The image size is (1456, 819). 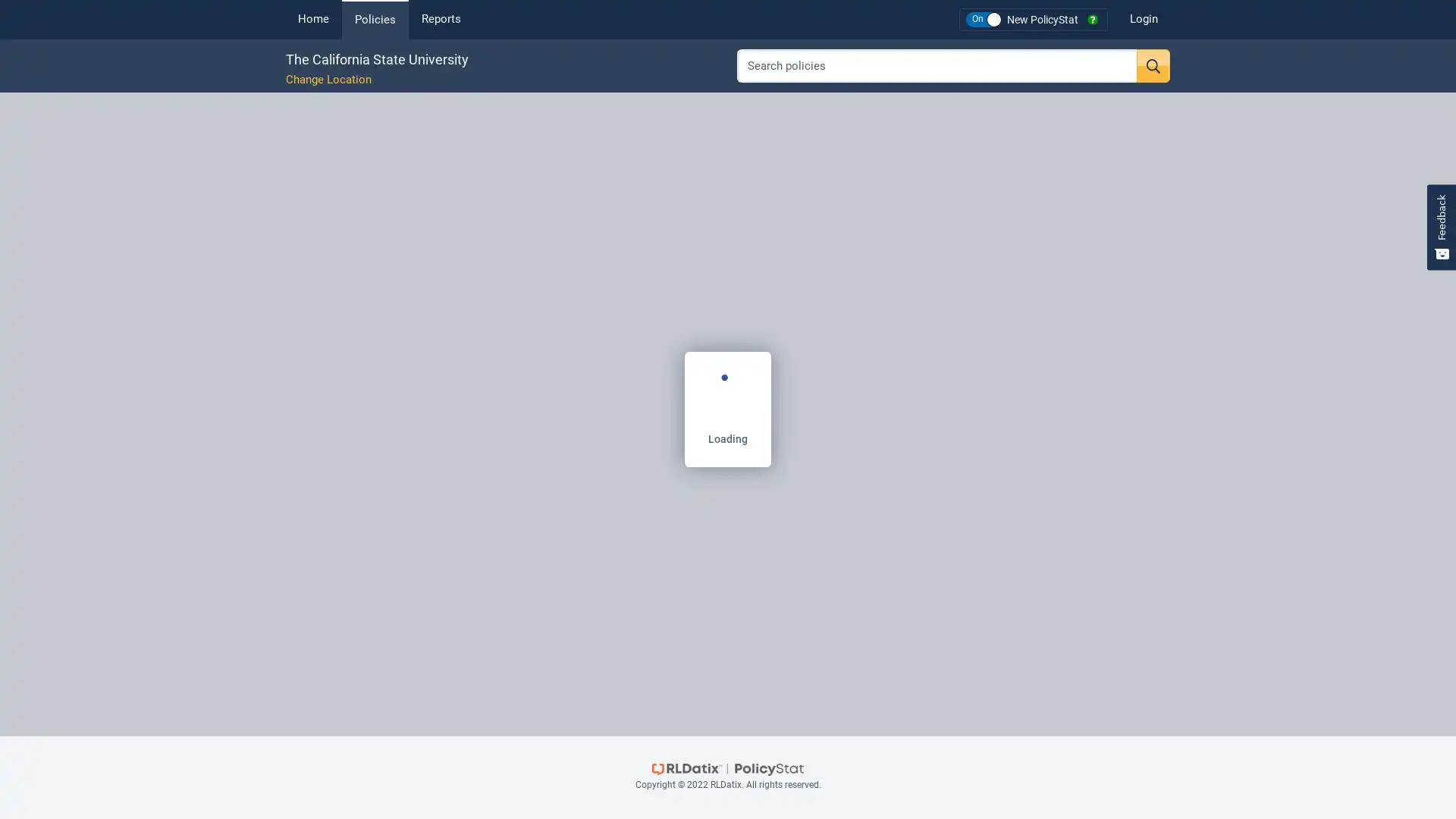 What do you see at coordinates (328, 79) in the screenshot?
I see `Change Location` at bounding box center [328, 79].